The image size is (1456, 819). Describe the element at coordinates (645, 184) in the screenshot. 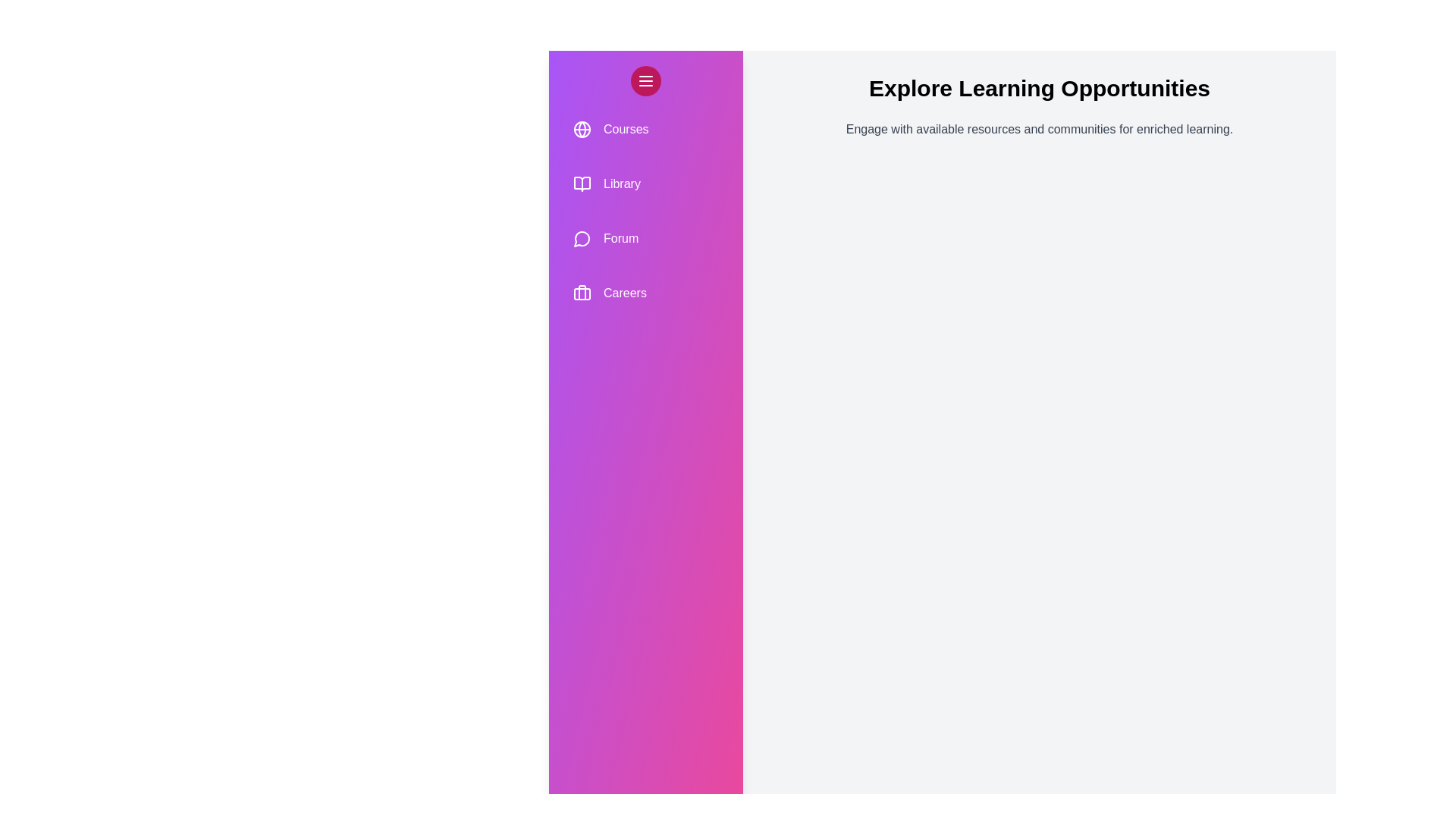

I see `the menu item labeled Library to navigate to its respective section` at that location.